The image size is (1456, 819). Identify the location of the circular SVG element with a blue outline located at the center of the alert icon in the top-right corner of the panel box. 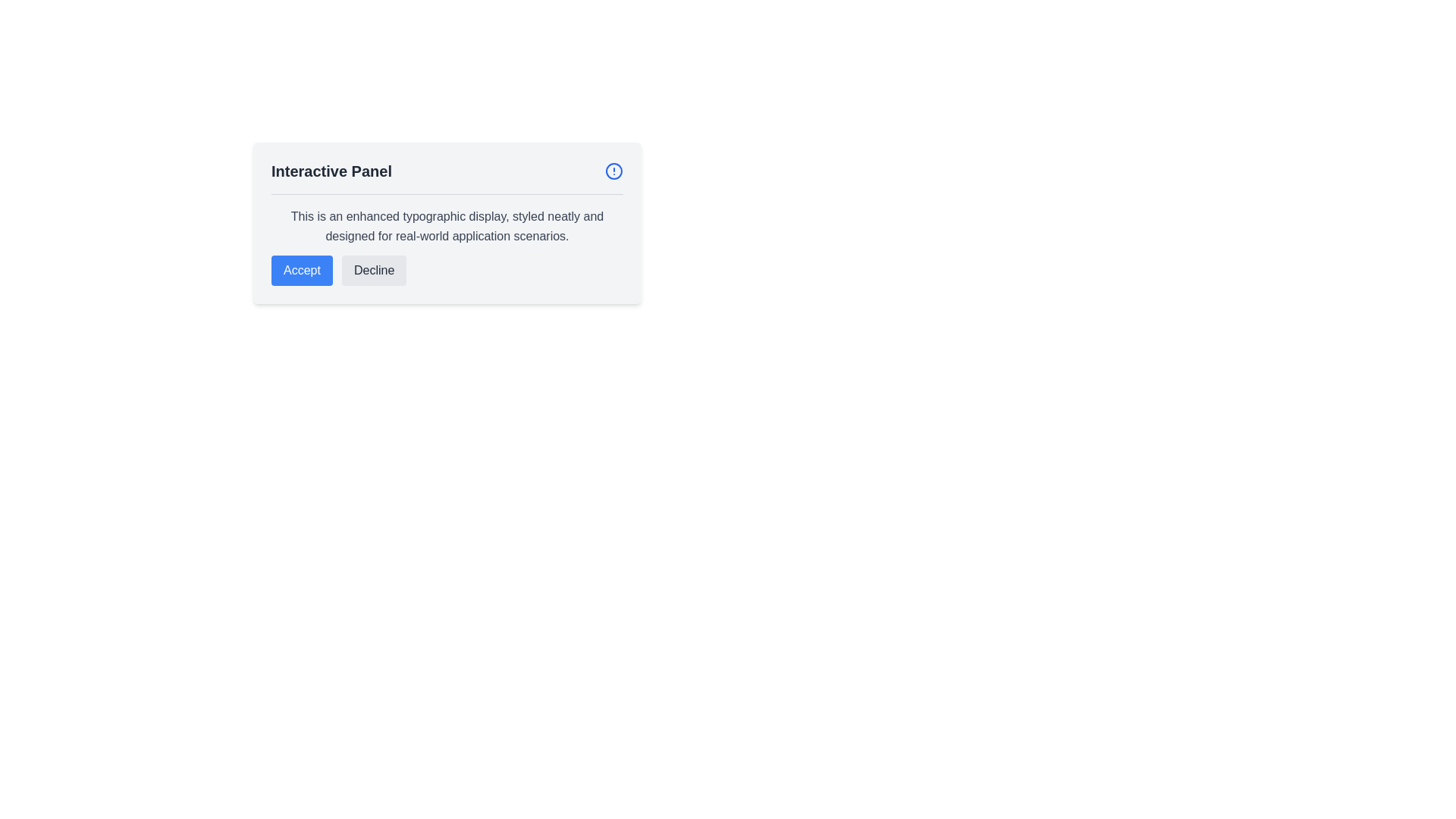
(614, 171).